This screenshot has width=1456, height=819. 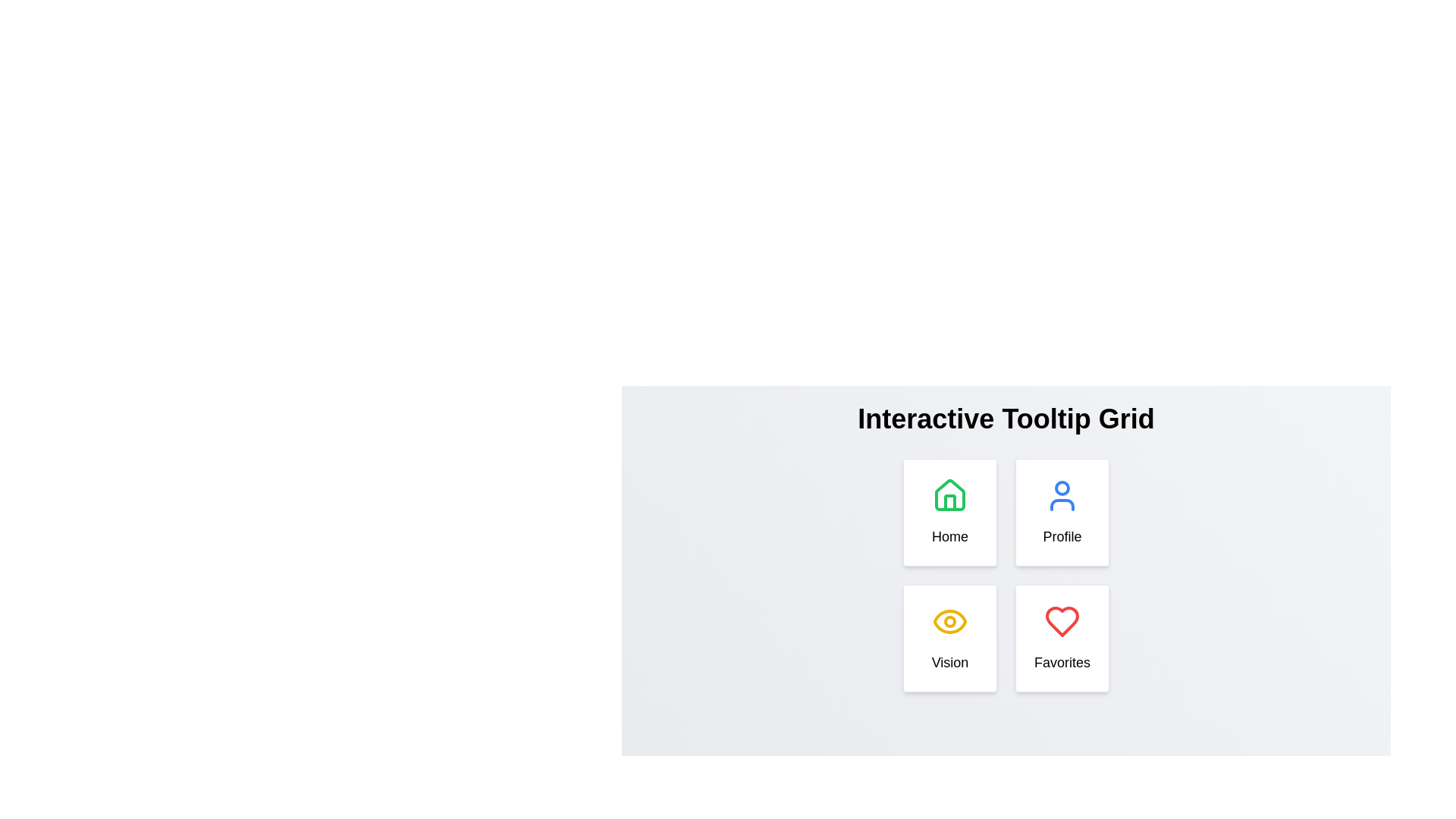 I want to click on the card with a white background, rounded corners, and an eye icon in yellow labeled 'Vision', positioned in the bottom-left corner of a 2x2 grid layout as the third card, so click(x=949, y=638).